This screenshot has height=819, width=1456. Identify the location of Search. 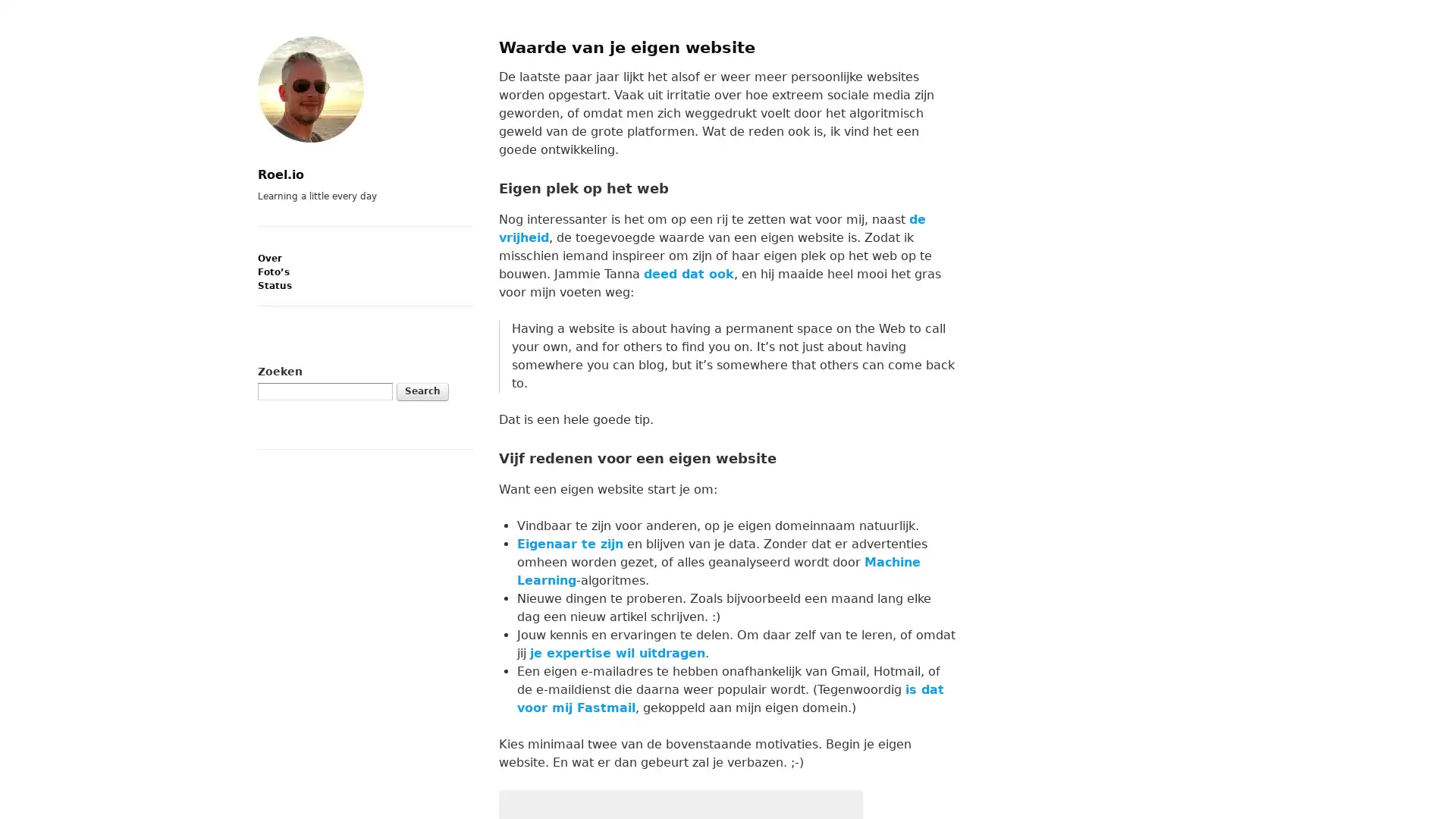
(422, 384).